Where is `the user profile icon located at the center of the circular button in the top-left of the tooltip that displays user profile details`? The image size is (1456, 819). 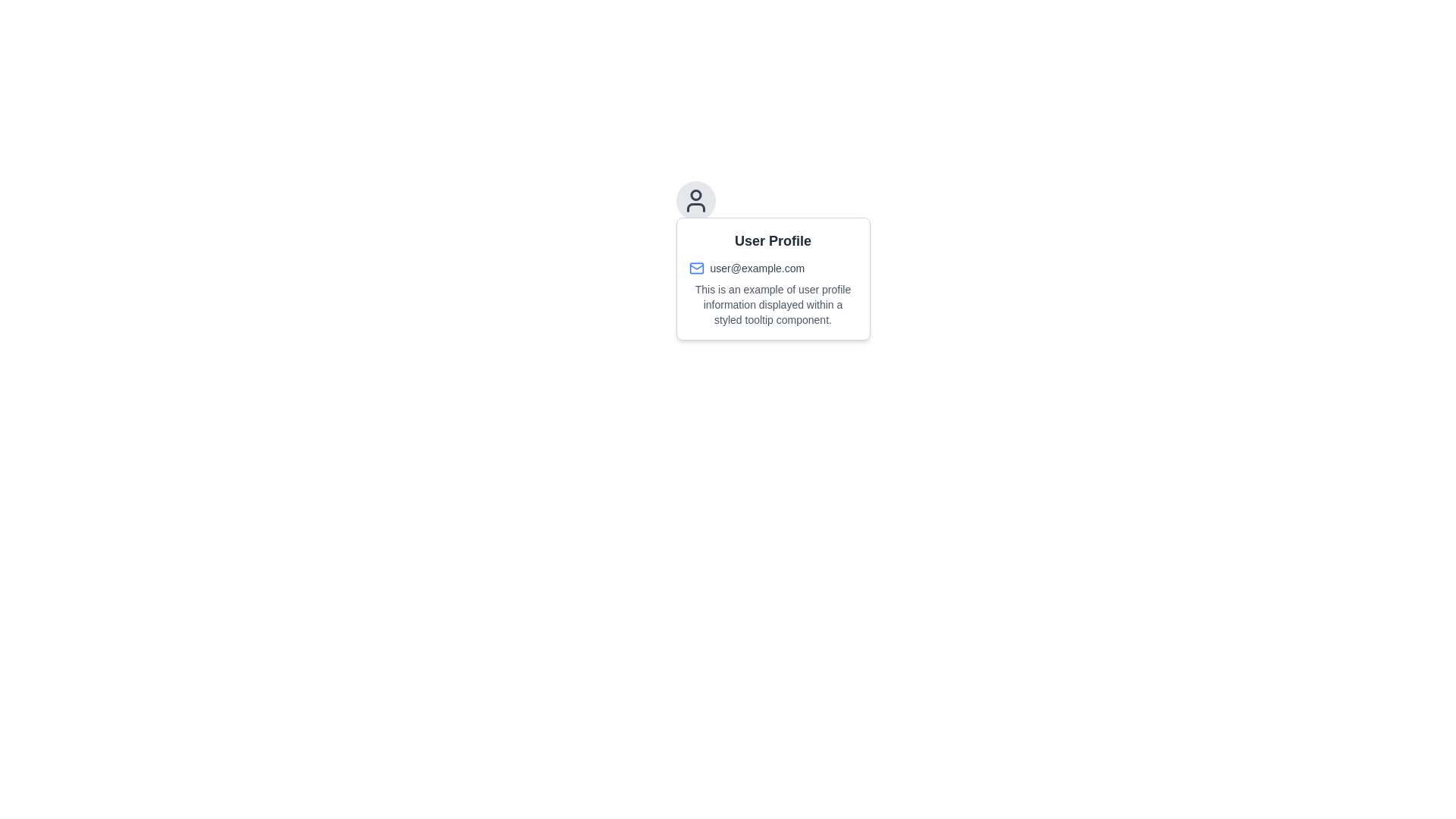
the user profile icon located at the center of the circular button in the top-left of the tooltip that displays user profile details is located at coordinates (695, 200).